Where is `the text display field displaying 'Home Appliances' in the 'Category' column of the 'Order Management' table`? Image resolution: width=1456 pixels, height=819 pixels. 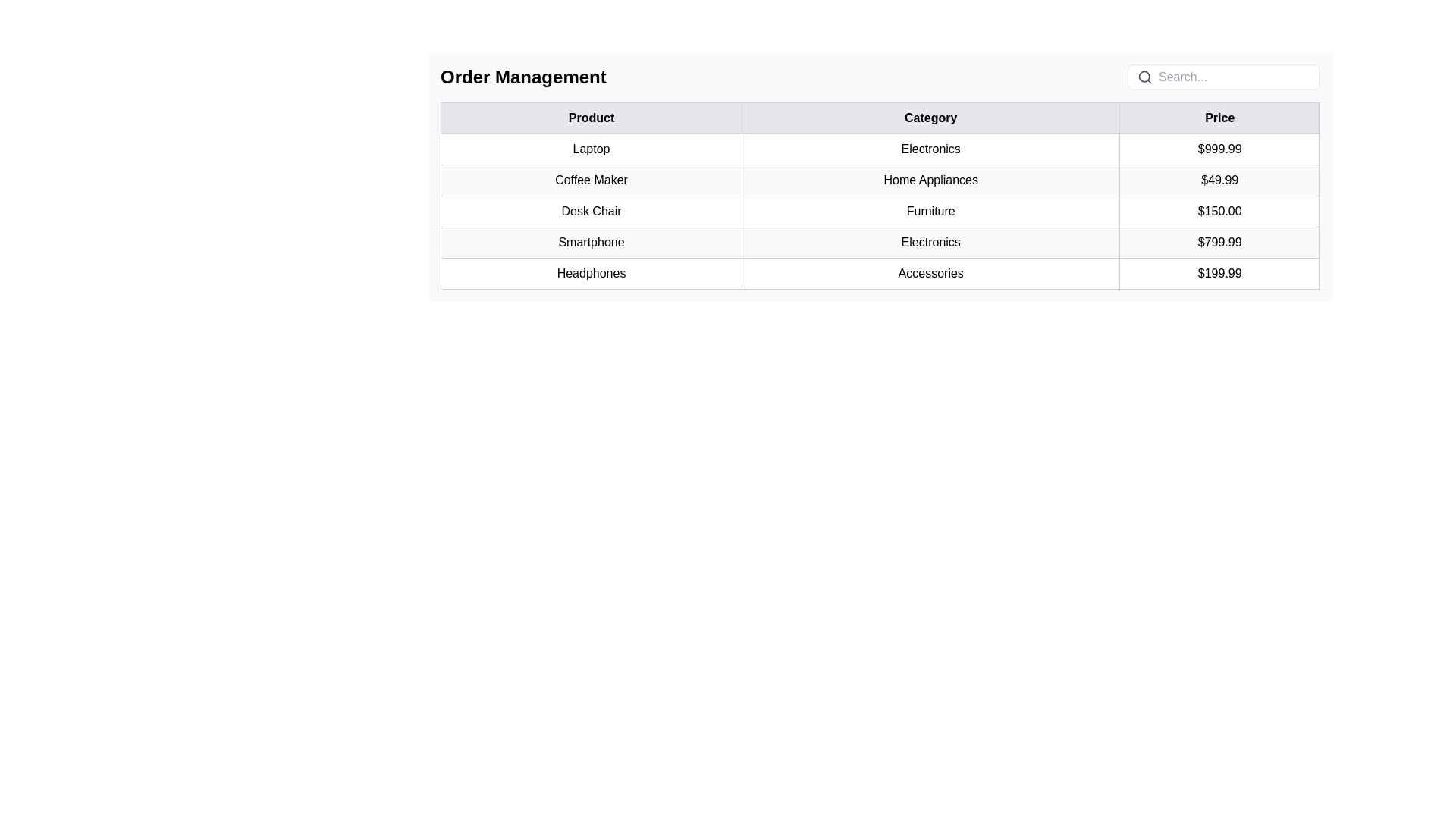 the text display field displaying 'Home Appliances' in the 'Category' column of the 'Order Management' table is located at coordinates (930, 180).